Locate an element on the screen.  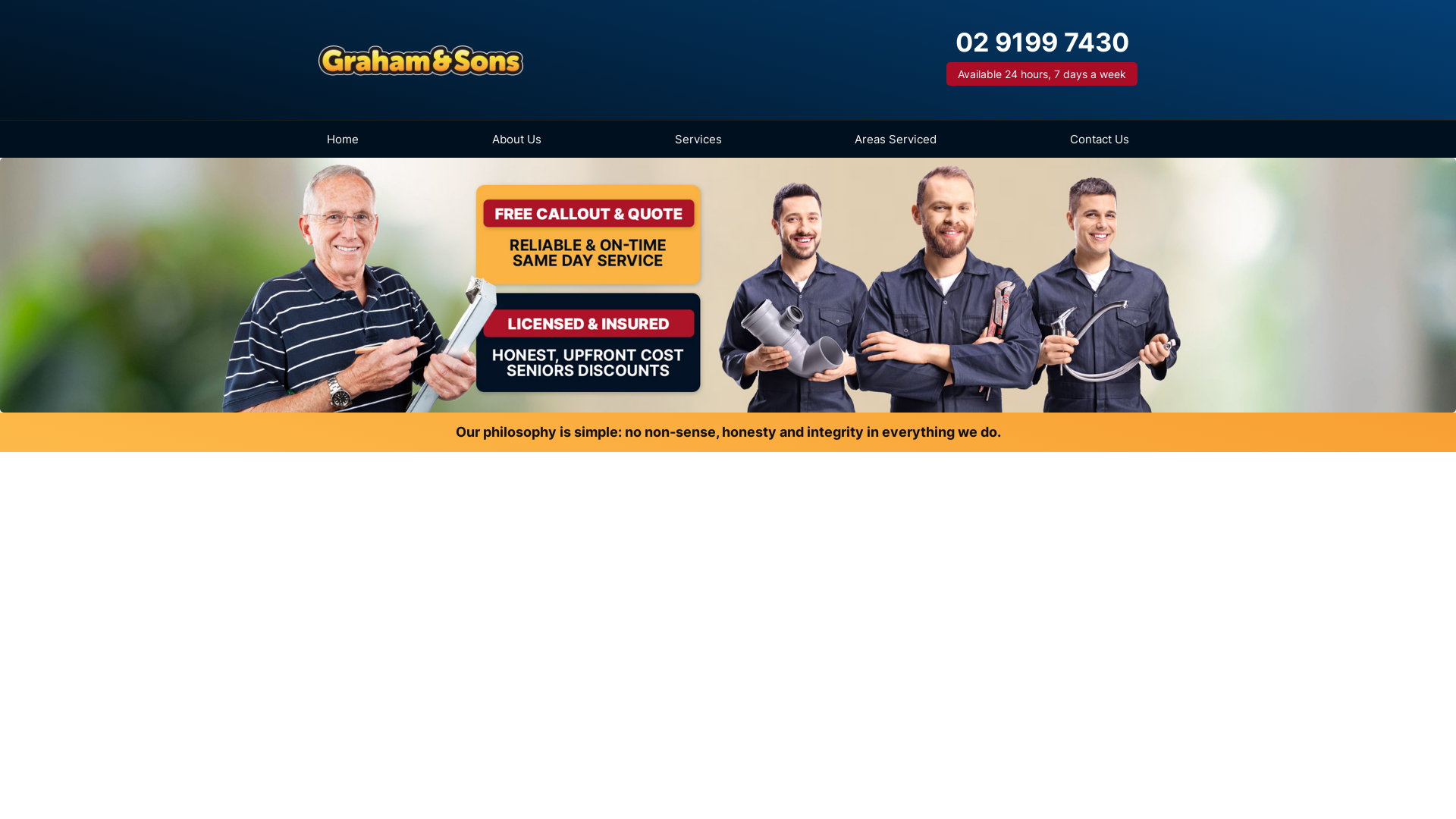
'Services' is located at coordinates (666, 139).